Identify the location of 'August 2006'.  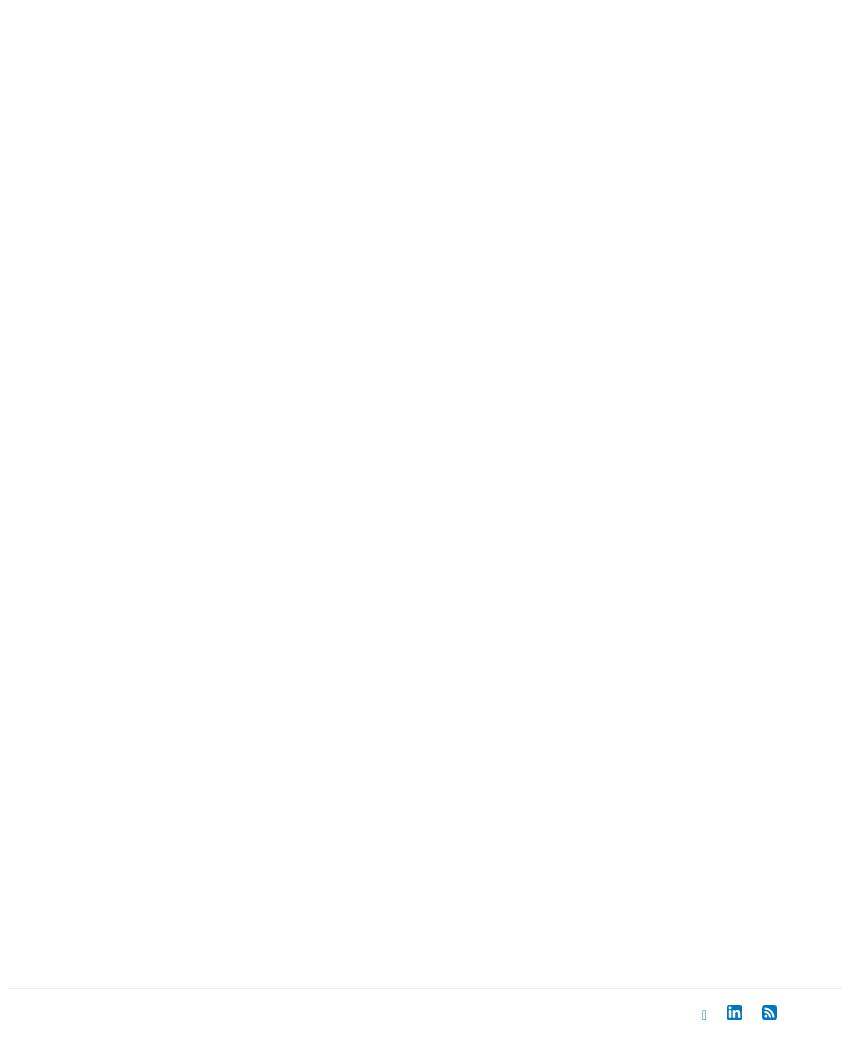
(133, 434).